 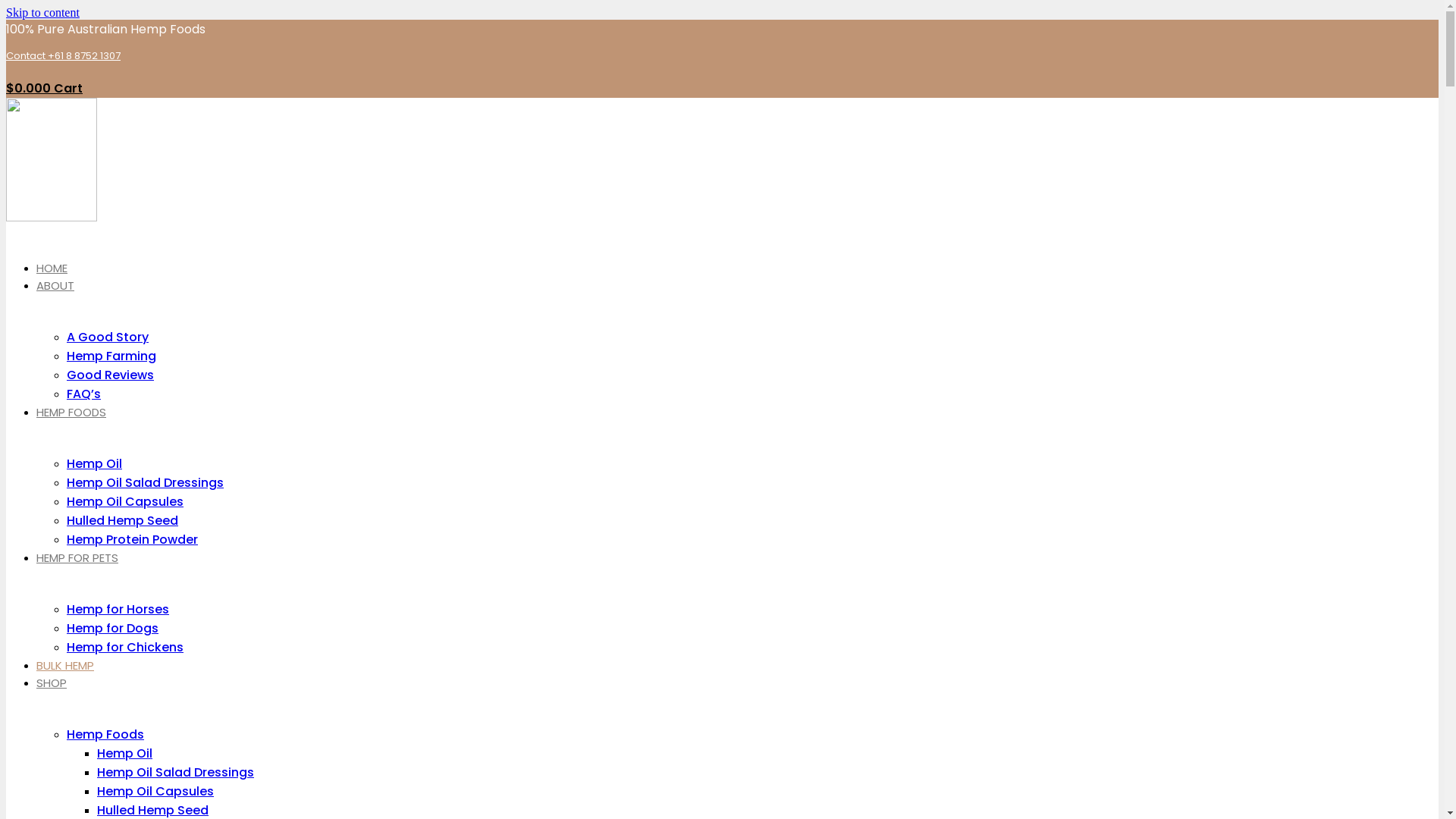 What do you see at coordinates (51, 682) in the screenshot?
I see `'SHOP'` at bounding box center [51, 682].